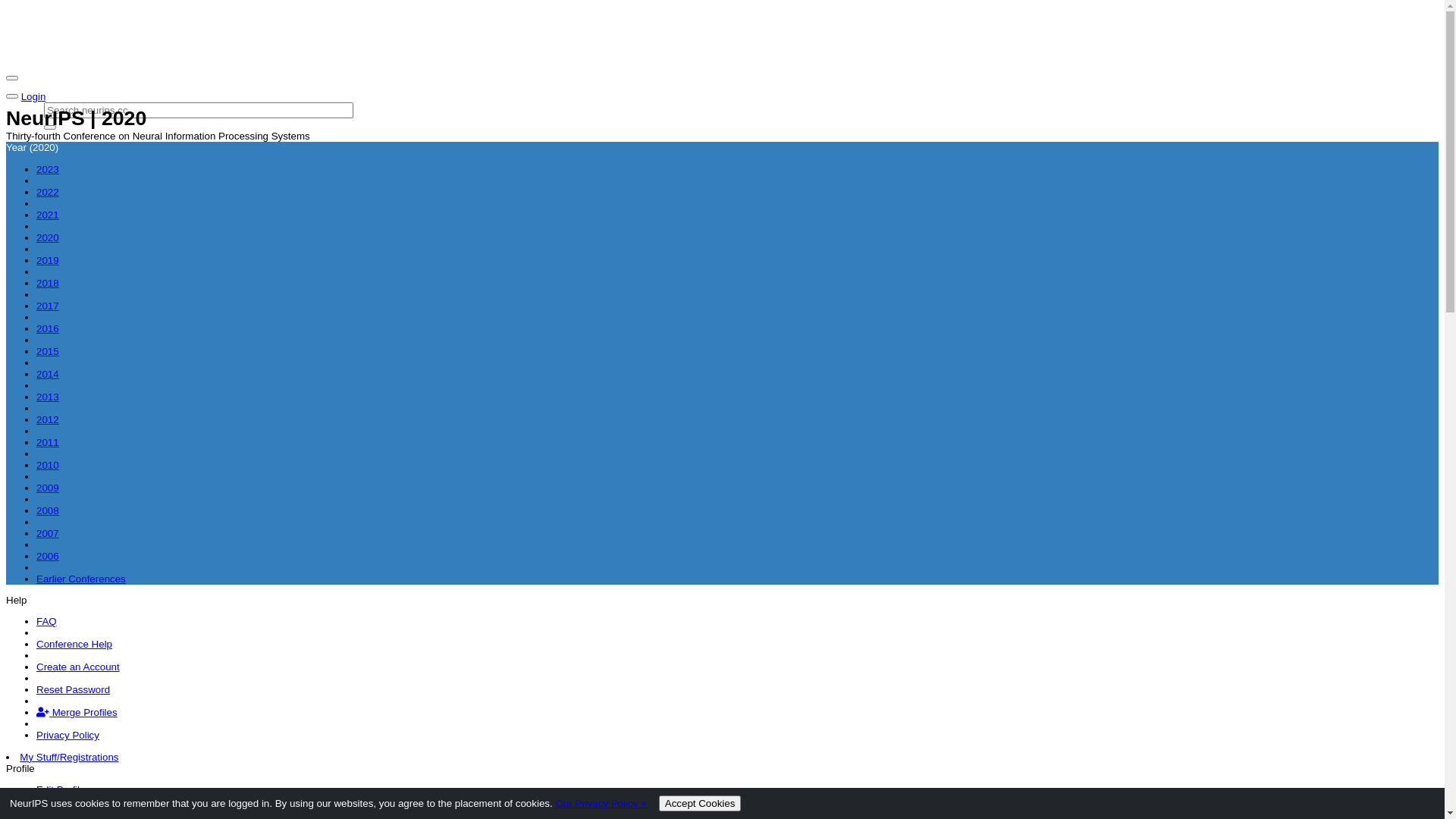 The image size is (1456, 819). What do you see at coordinates (33, 96) in the screenshot?
I see `'Login'` at bounding box center [33, 96].